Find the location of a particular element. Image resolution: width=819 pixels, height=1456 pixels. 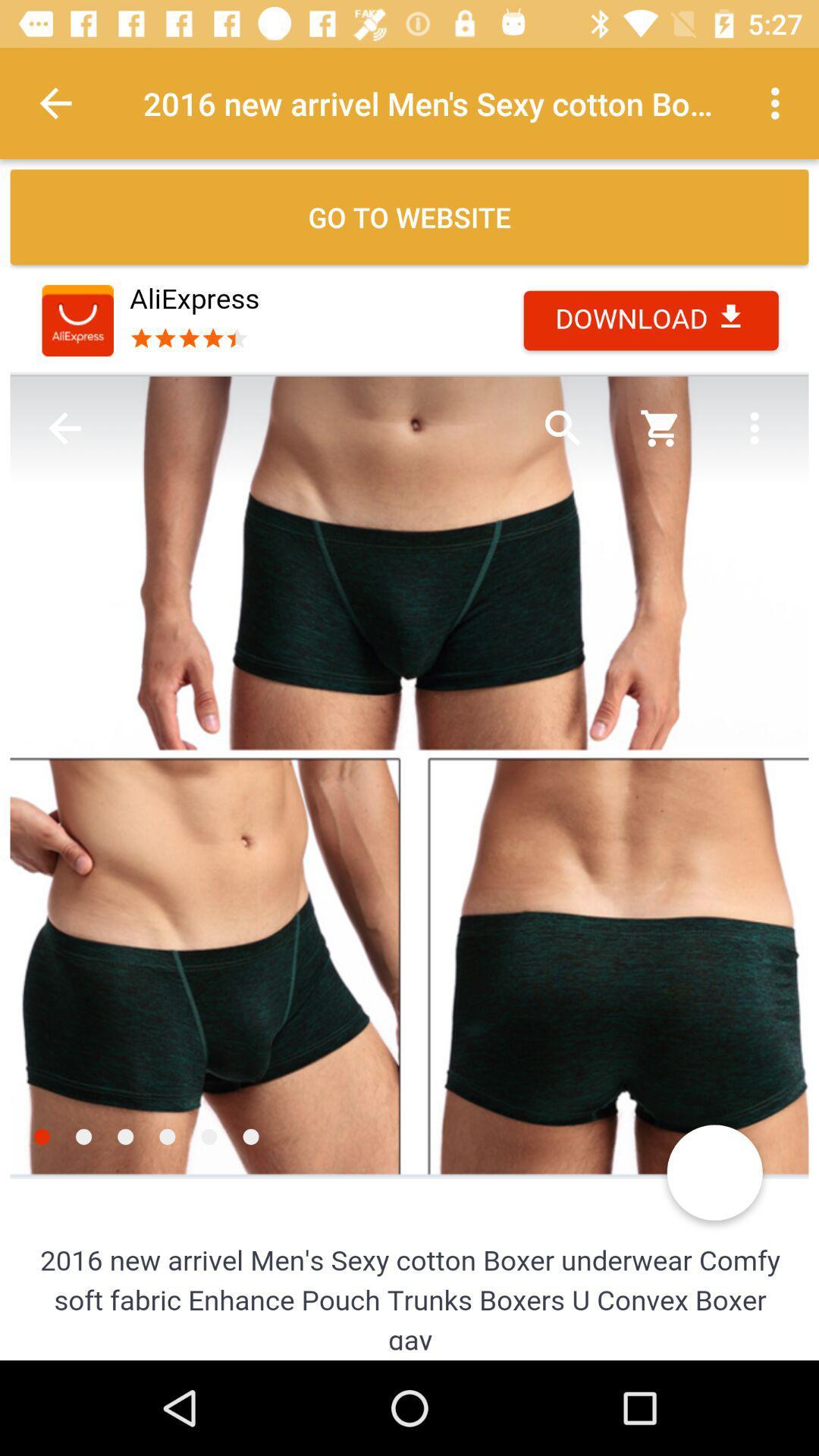

enlarge photo is located at coordinates (409, 808).